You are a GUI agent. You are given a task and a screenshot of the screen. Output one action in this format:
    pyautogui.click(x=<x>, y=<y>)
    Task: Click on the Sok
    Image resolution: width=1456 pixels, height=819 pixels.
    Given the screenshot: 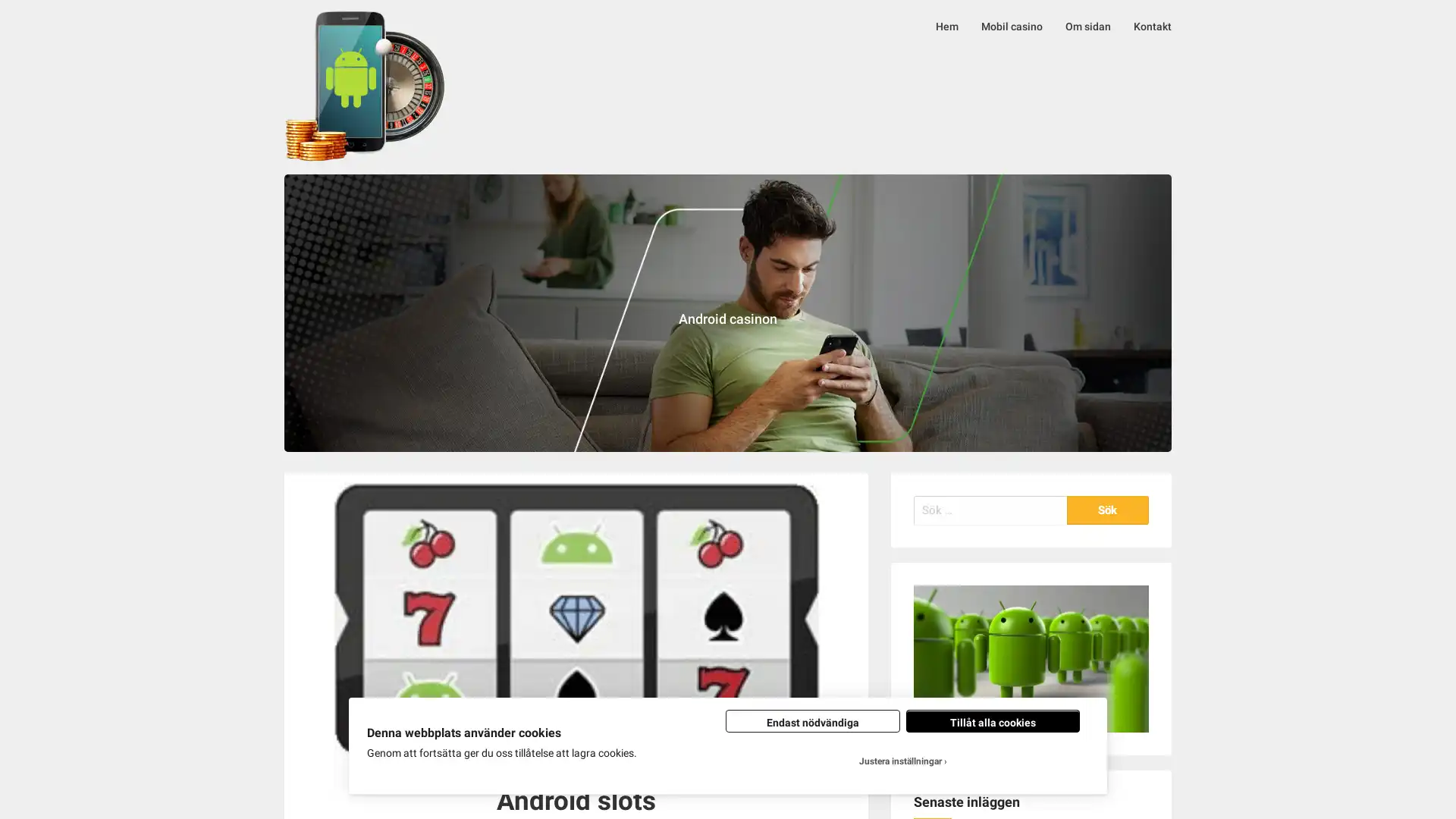 What is the action you would take?
    pyautogui.click(x=1106, y=510)
    